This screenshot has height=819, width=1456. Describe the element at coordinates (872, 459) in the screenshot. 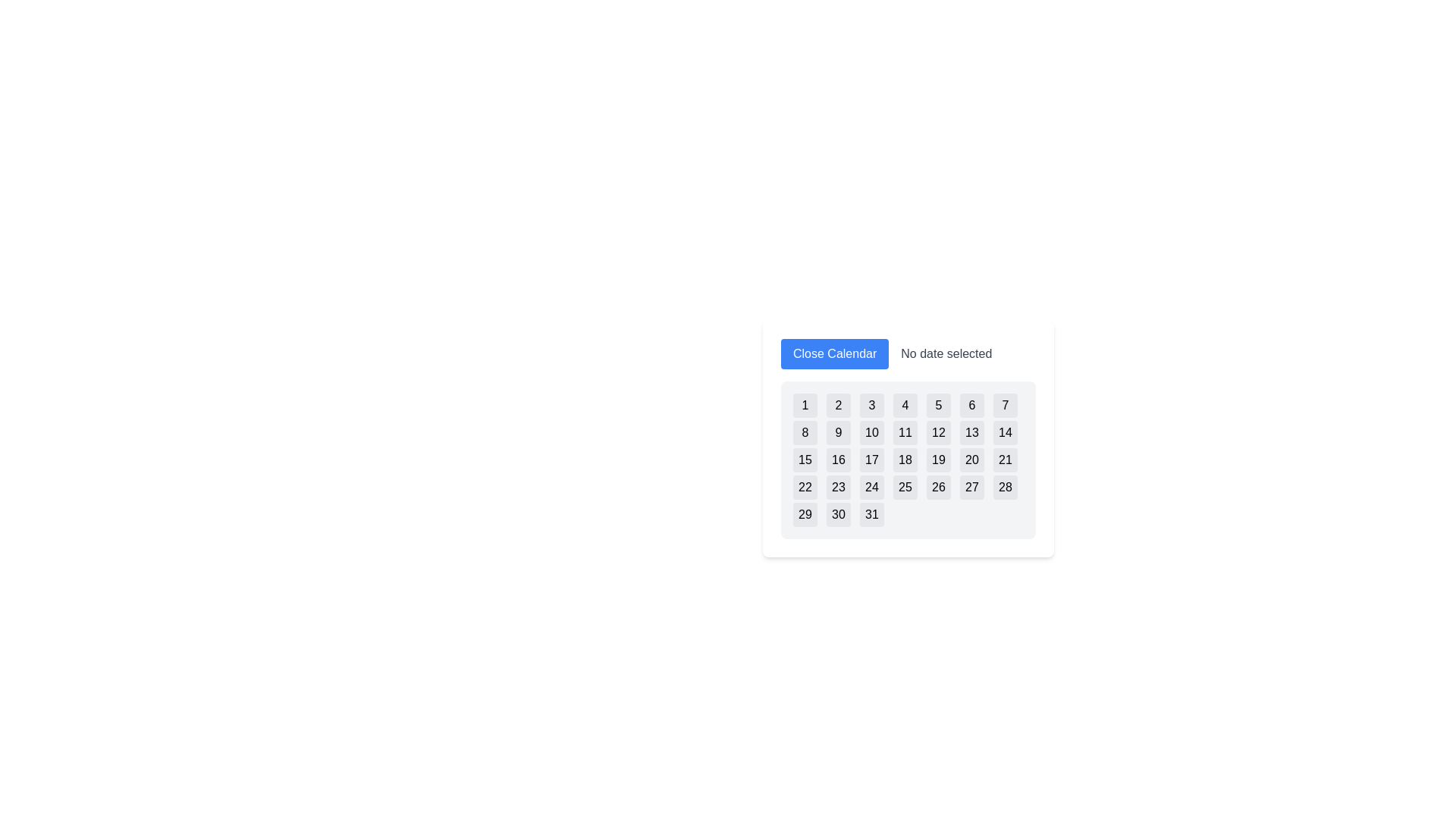

I see `the square button labeled '17' in the calendar grid` at that location.